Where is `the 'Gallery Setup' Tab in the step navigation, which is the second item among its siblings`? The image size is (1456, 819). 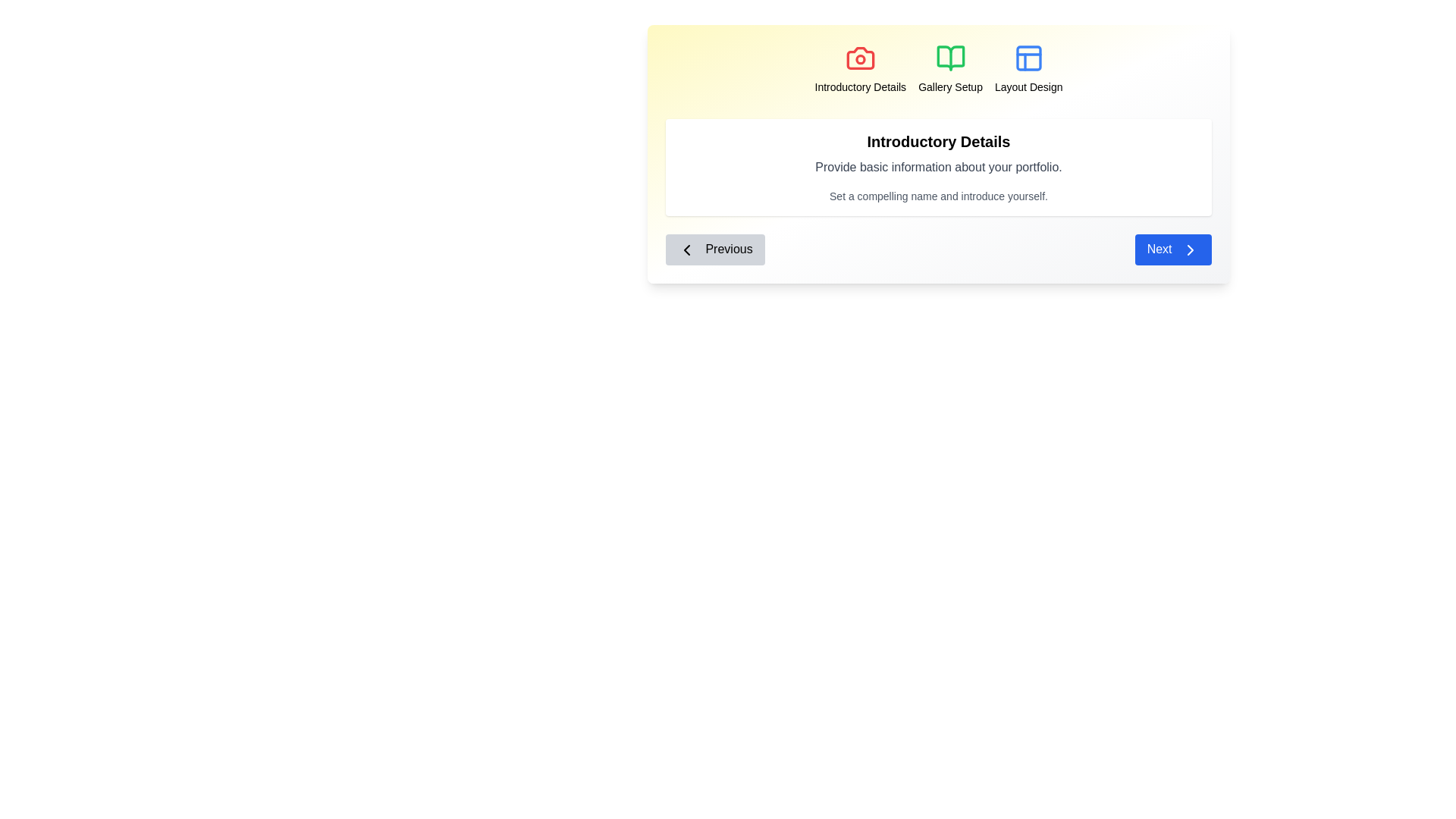
the 'Gallery Setup' Tab in the step navigation, which is the second item among its siblings is located at coordinates (938, 69).